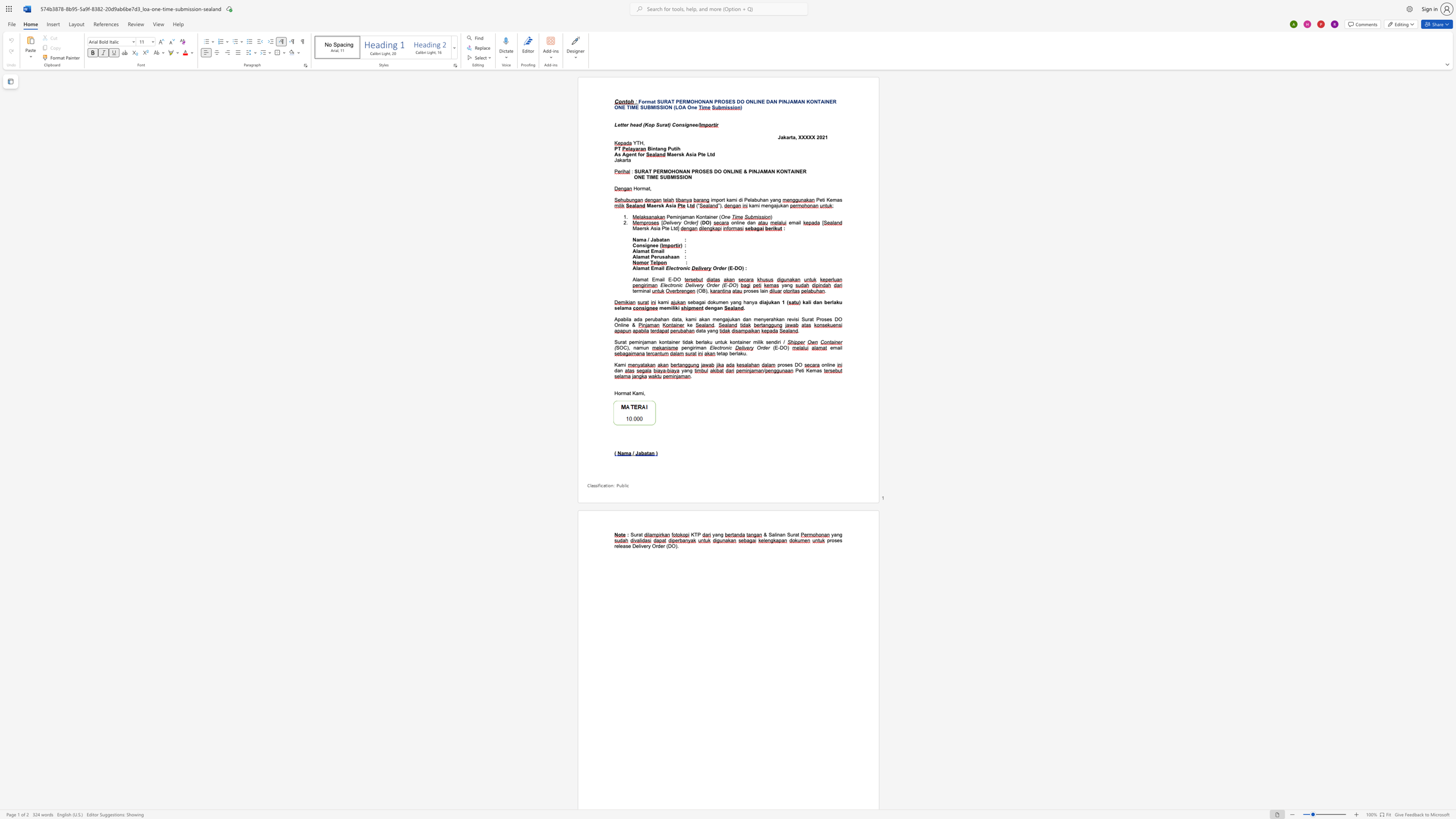 This screenshot has height=819, width=1456. I want to click on the subset text "at Ema" within the text "Alamat Email", so click(644, 251).